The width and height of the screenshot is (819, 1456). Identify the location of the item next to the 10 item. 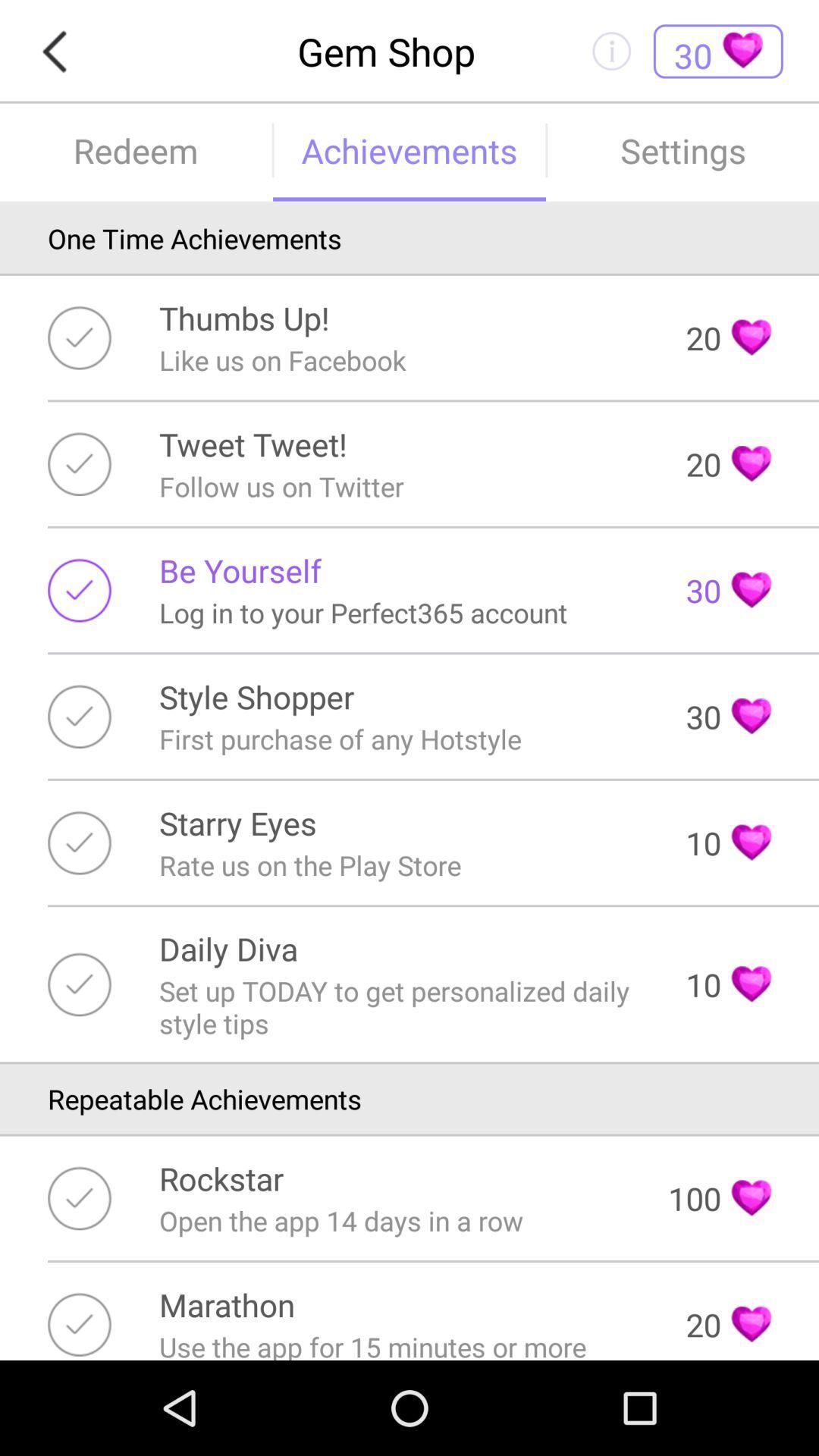
(402, 1007).